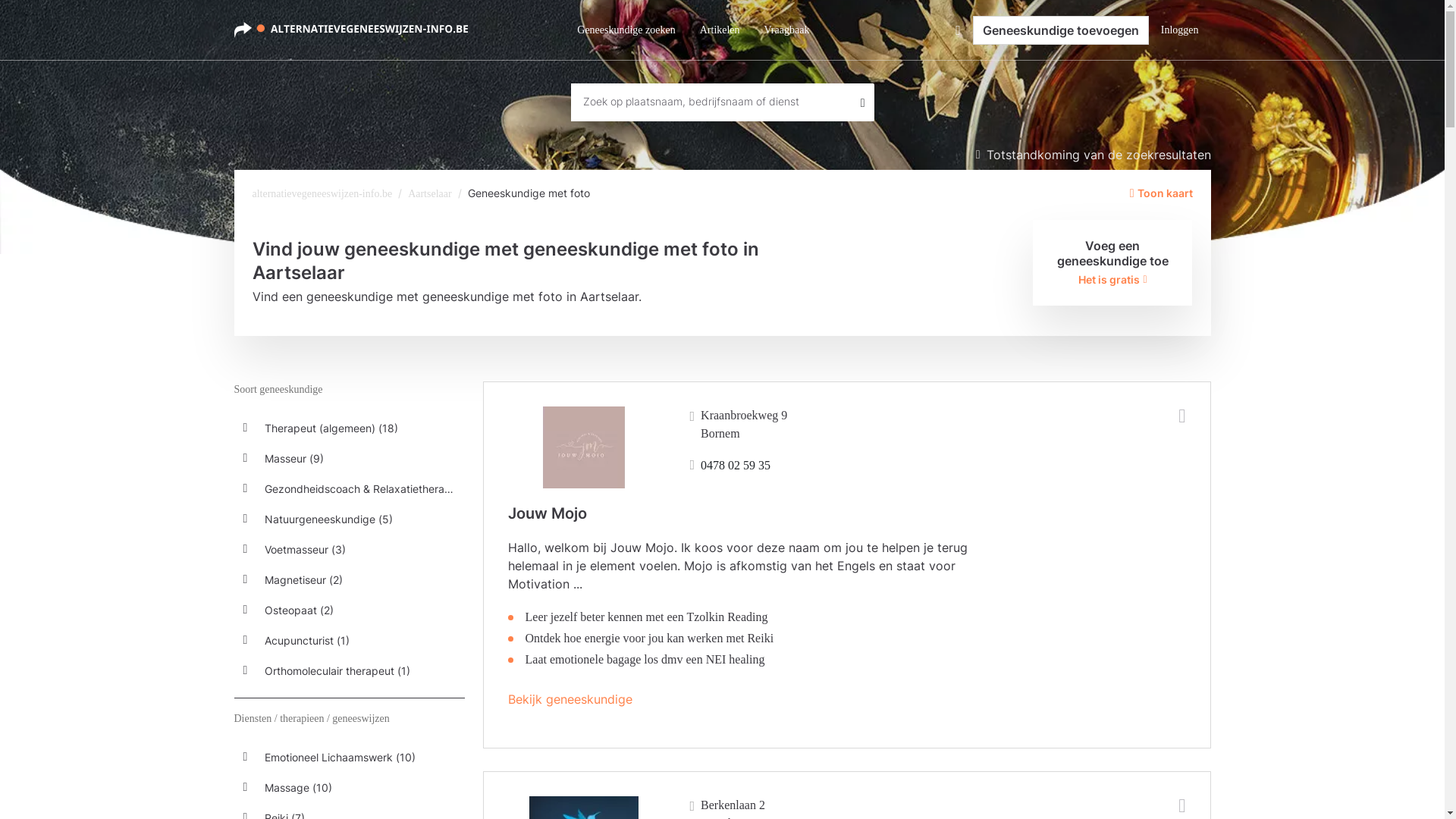 This screenshot has width=1456, height=819. What do you see at coordinates (570, 698) in the screenshot?
I see `'Bekijk geneeskundige'` at bounding box center [570, 698].